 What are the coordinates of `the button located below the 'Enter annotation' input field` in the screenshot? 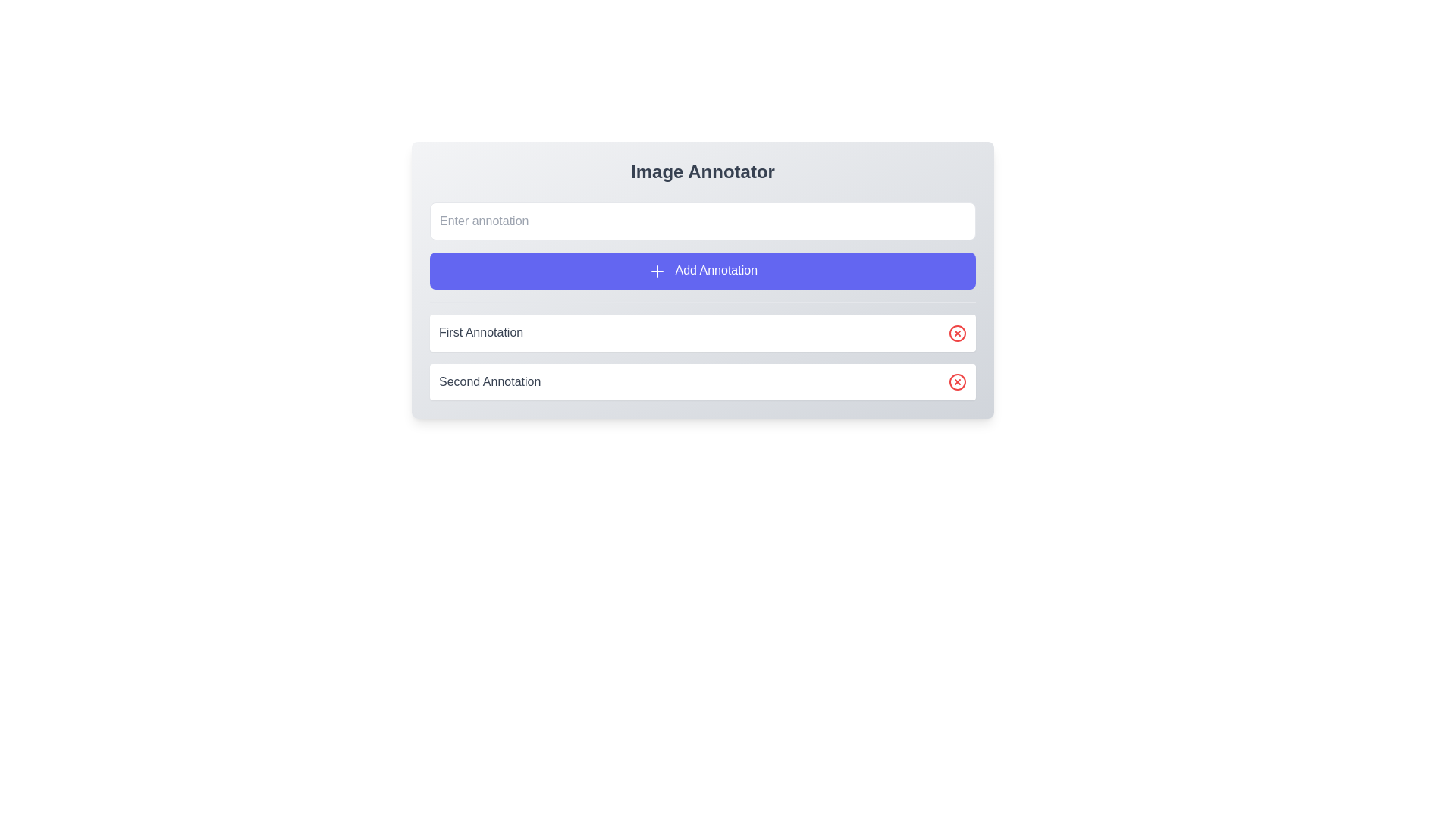 It's located at (701, 270).